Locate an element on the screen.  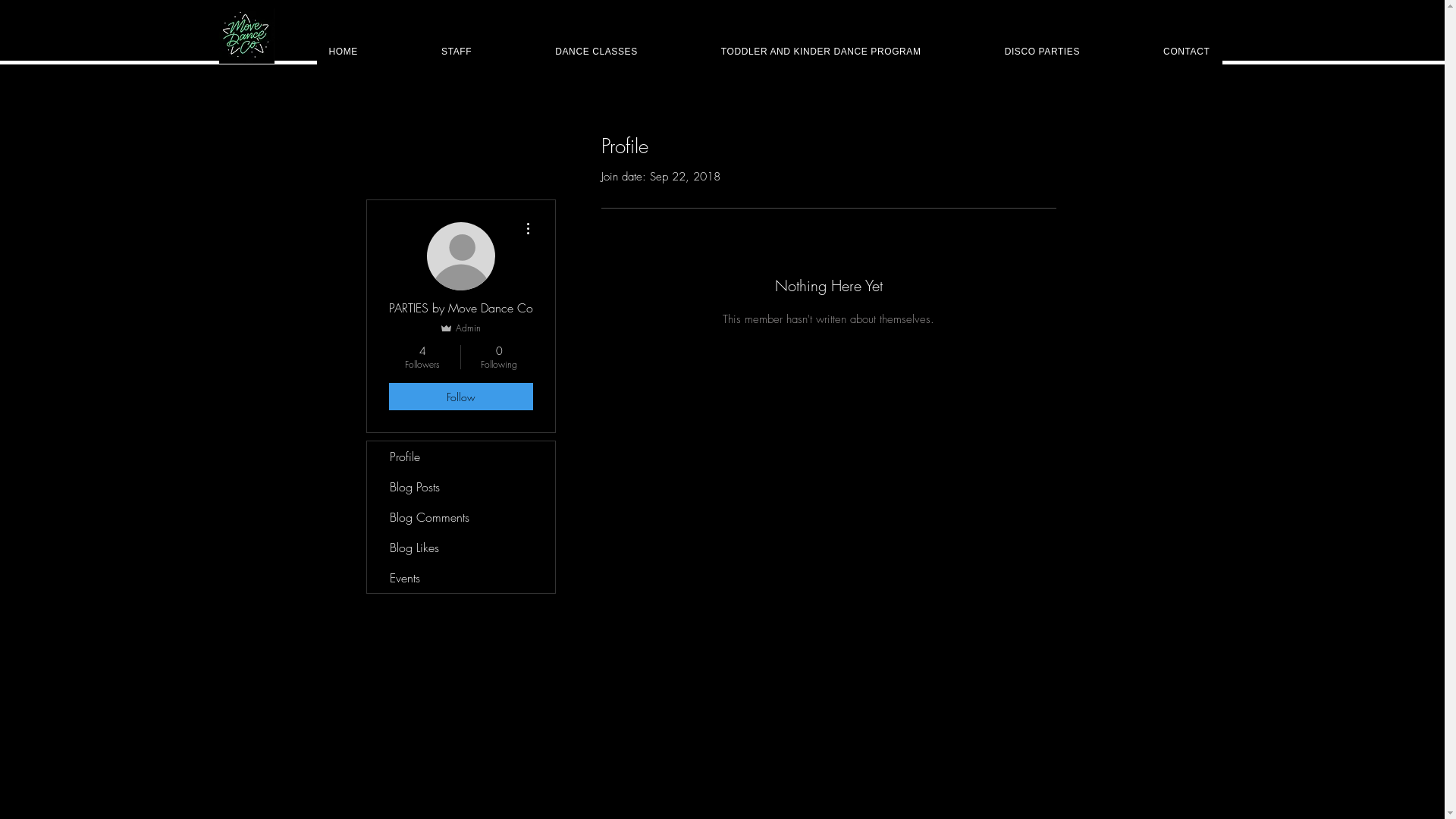
'Blog Likes' is located at coordinates (460, 547).